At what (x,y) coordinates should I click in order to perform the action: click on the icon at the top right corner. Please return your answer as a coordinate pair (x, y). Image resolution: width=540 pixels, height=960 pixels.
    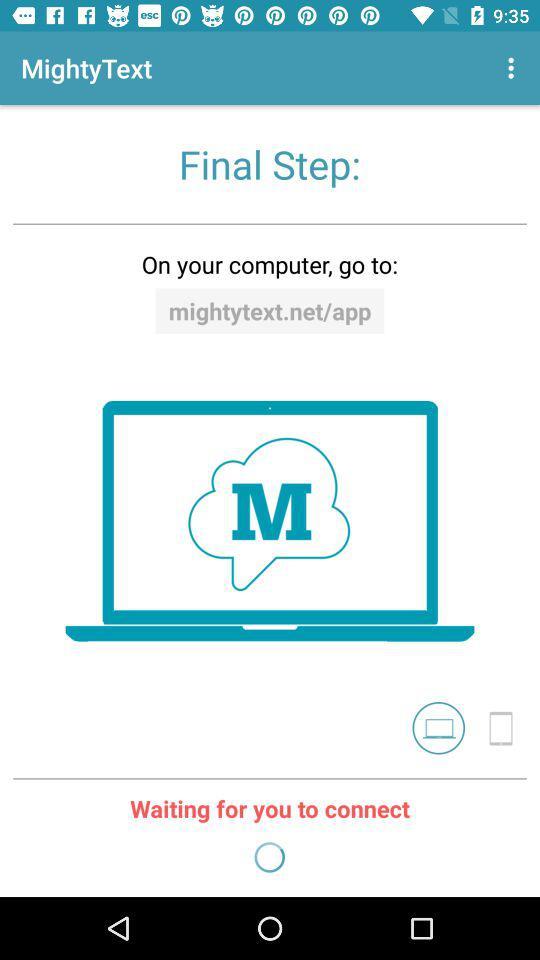
    Looking at the image, I should click on (513, 68).